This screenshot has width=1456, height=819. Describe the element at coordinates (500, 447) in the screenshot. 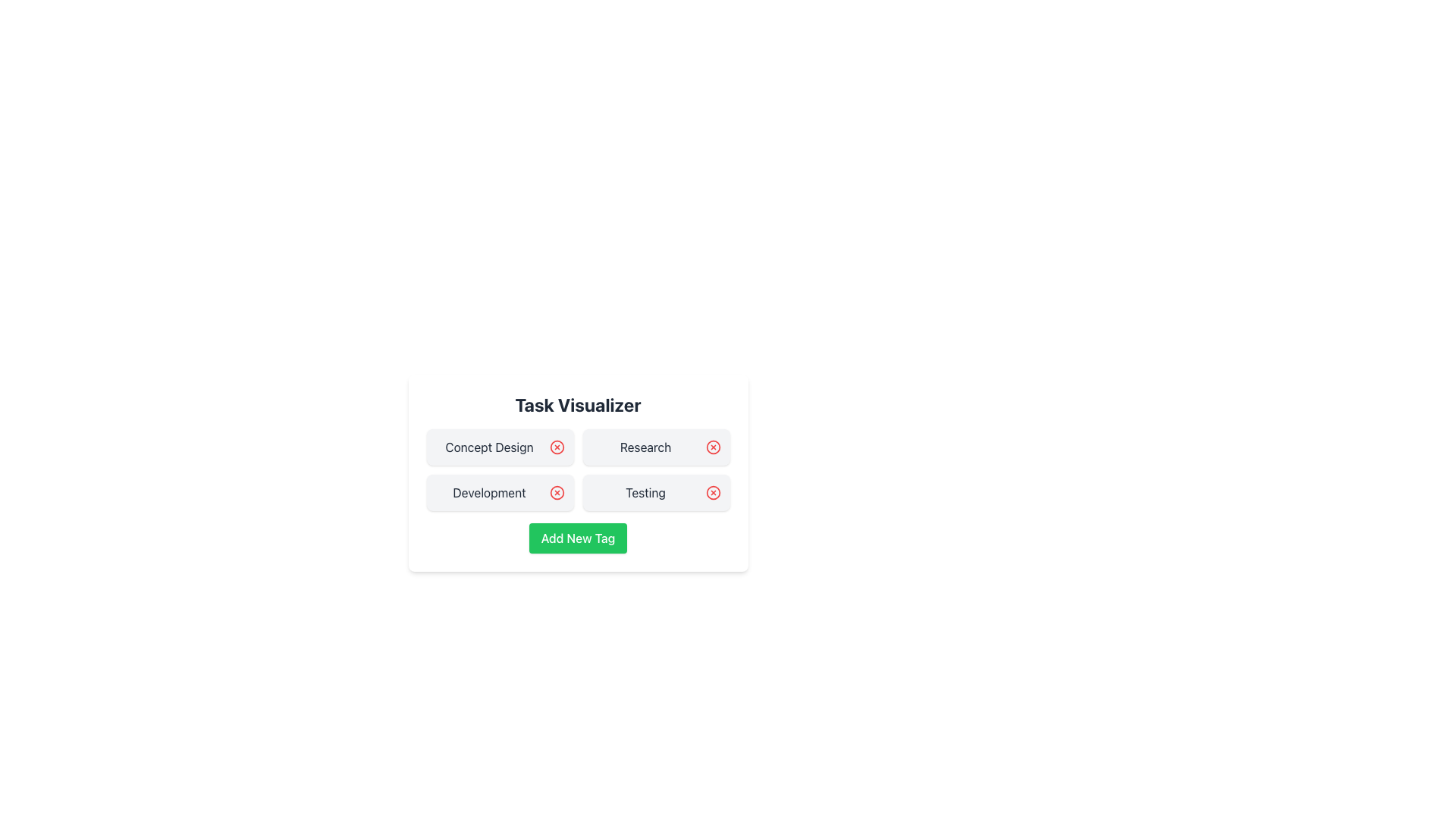

I see `the clickable tag displaying 'Concept Design' with a dark gray font and a red circular icon` at that location.